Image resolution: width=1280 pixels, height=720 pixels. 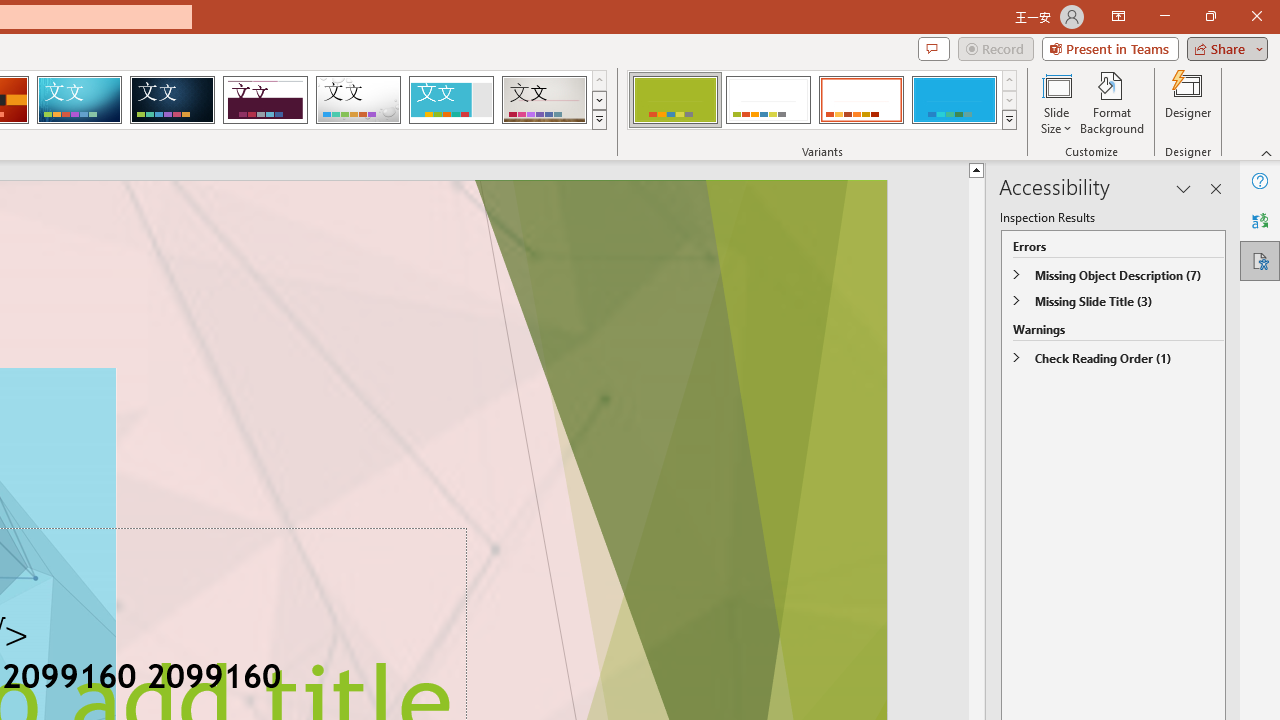 I want to click on 'Circuit', so click(x=79, y=100).